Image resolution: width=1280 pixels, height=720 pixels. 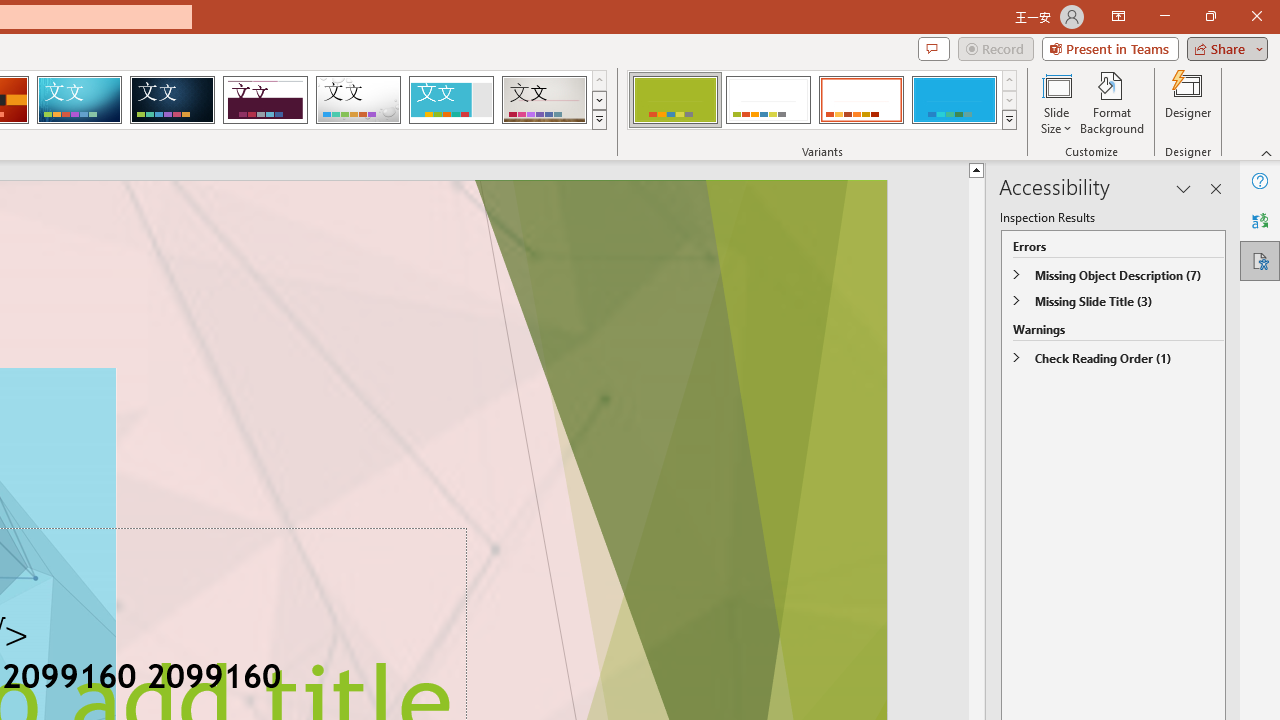 I want to click on 'Circuit', so click(x=79, y=100).